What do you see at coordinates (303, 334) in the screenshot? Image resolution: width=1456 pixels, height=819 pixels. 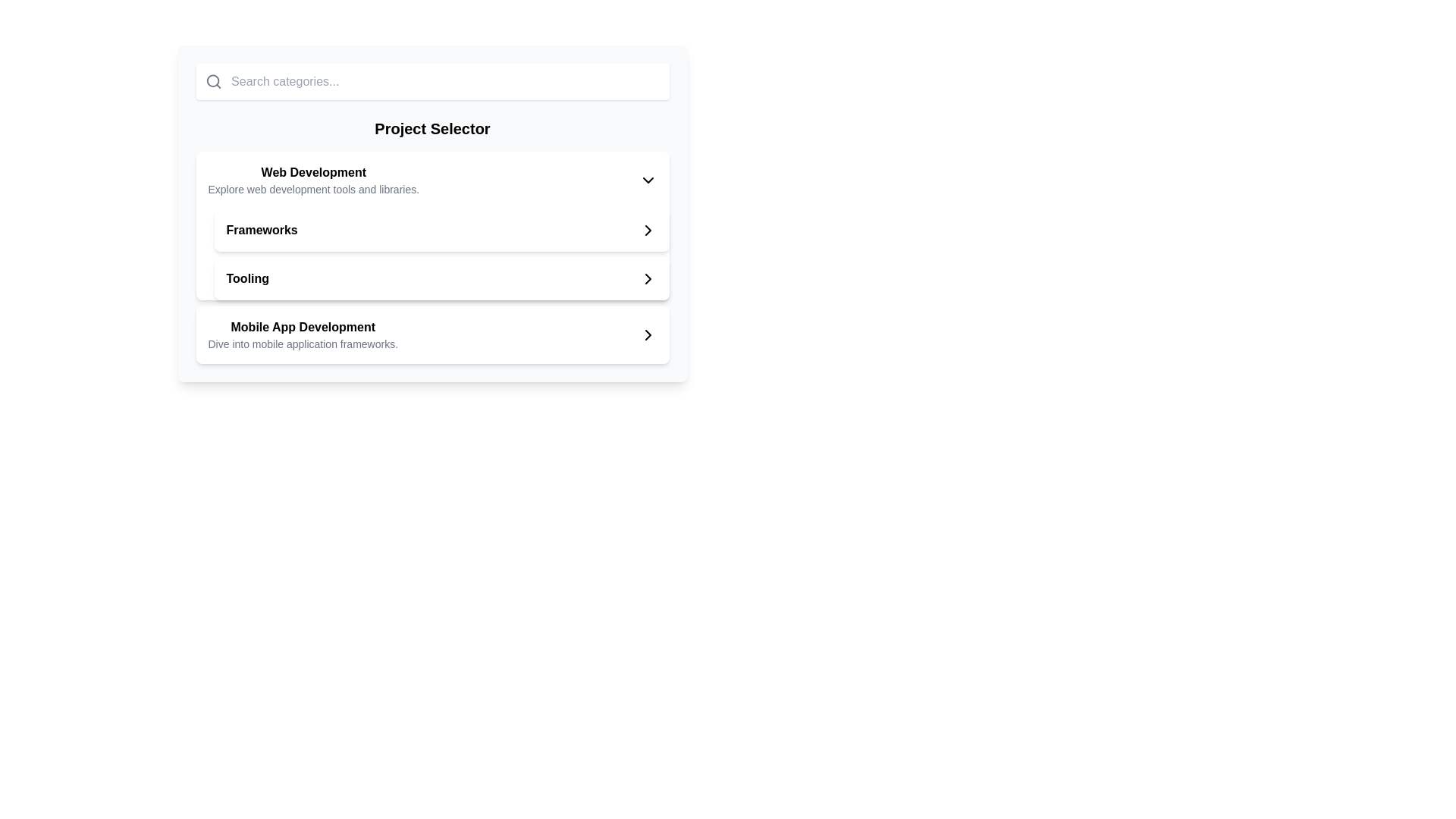 I see `the third and last List Item with Text Content serving as a navigation button for the 'Mobile App Development' category in the 'Project Selector' card layout` at bounding box center [303, 334].